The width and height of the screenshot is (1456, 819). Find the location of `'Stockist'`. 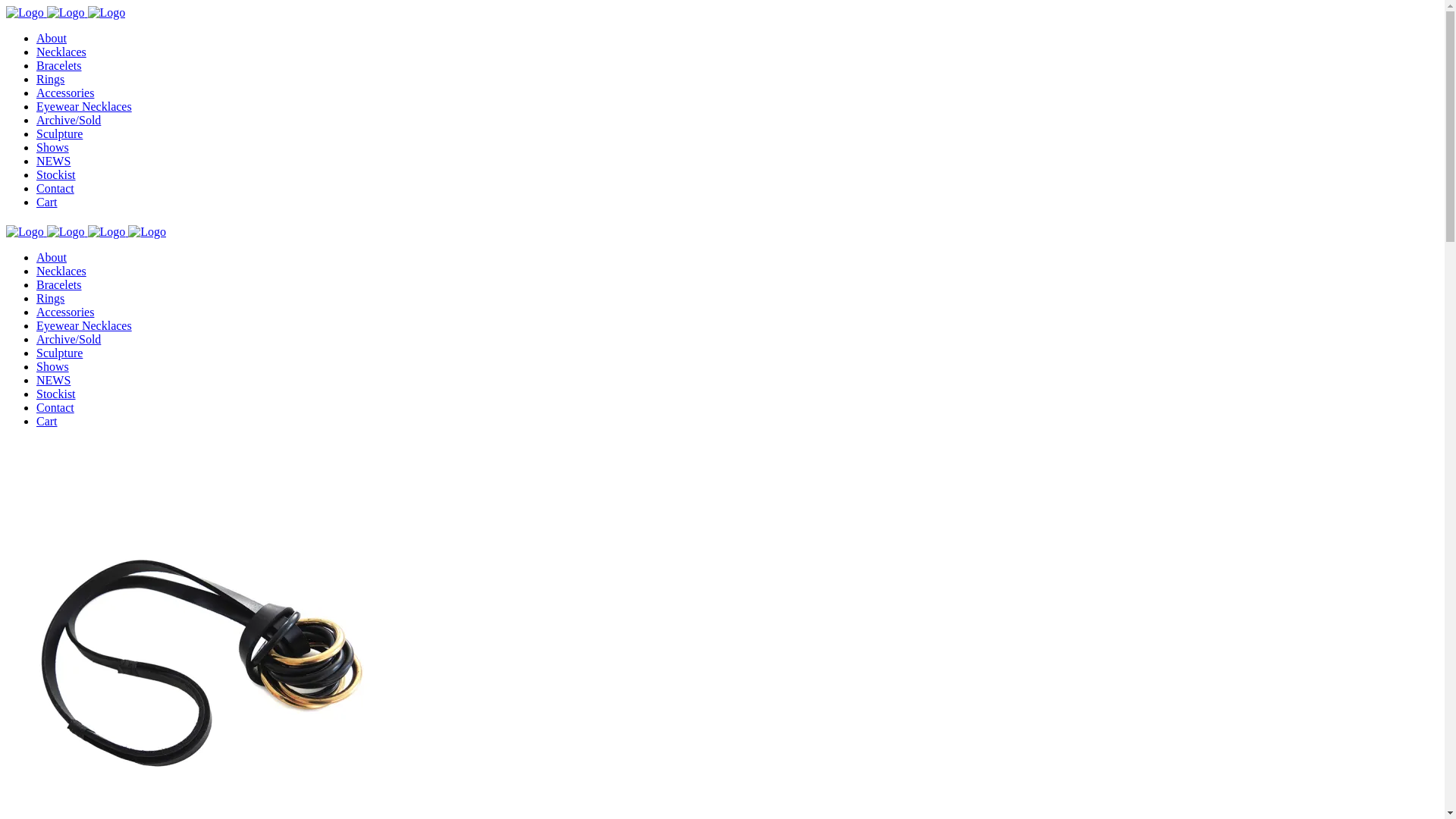

'Stockist' is located at coordinates (55, 393).